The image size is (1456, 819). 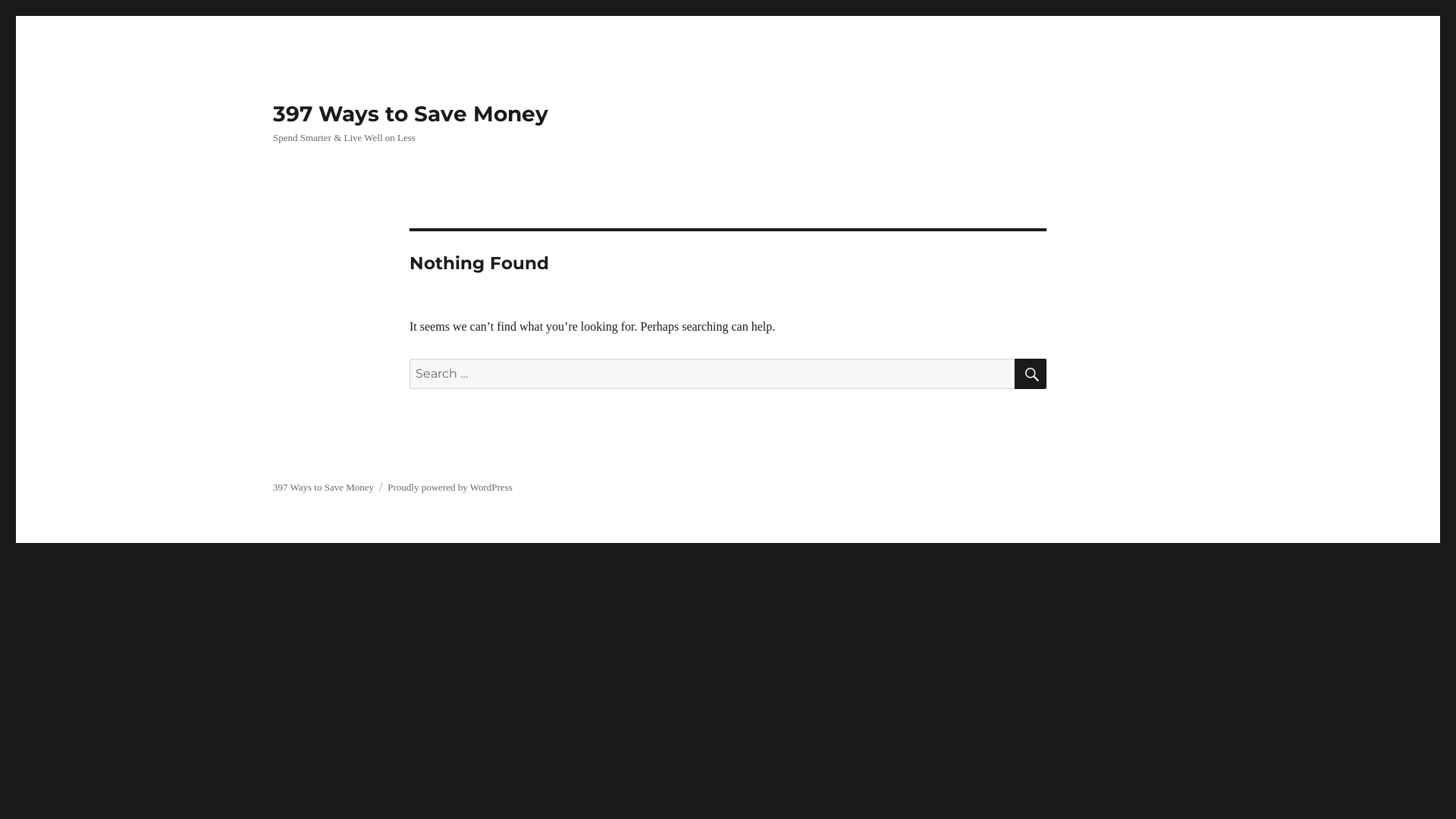 What do you see at coordinates (449, 487) in the screenshot?
I see `'Proudly powered by WordPress'` at bounding box center [449, 487].